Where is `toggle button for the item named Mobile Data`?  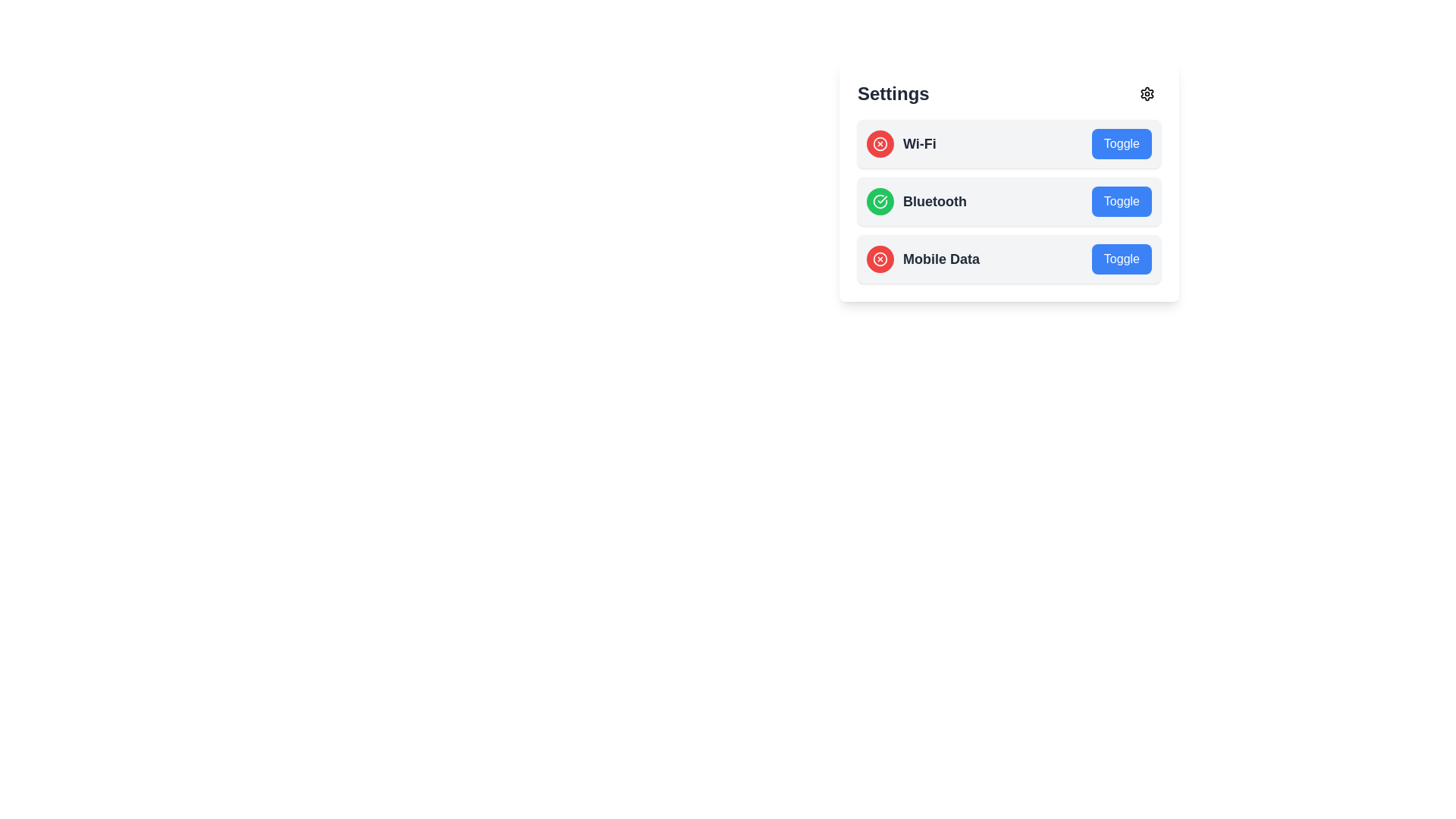
toggle button for the item named Mobile Data is located at coordinates (1122, 259).